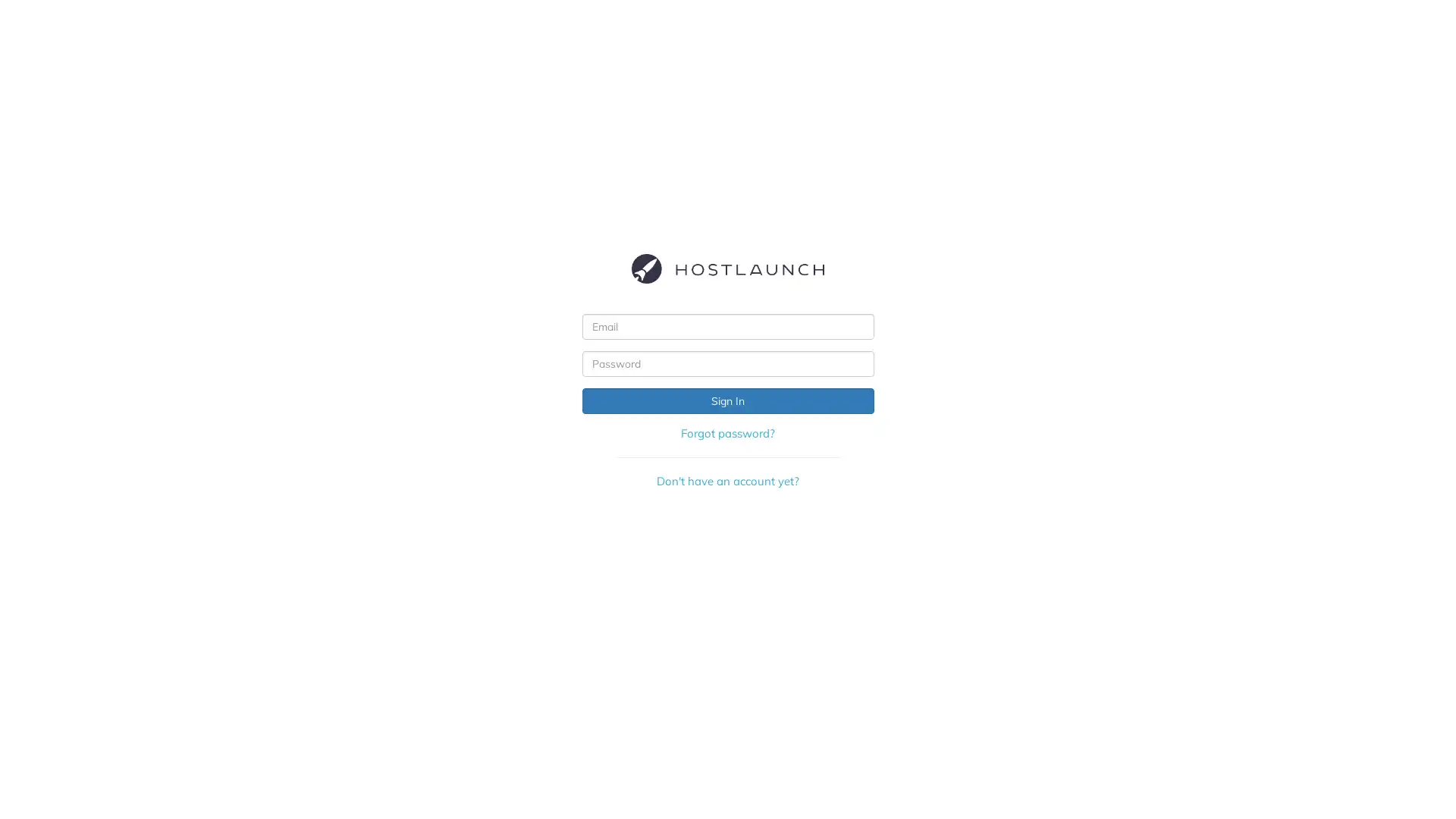  What do you see at coordinates (726, 480) in the screenshot?
I see `Don't have an account yet?` at bounding box center [726, 480].